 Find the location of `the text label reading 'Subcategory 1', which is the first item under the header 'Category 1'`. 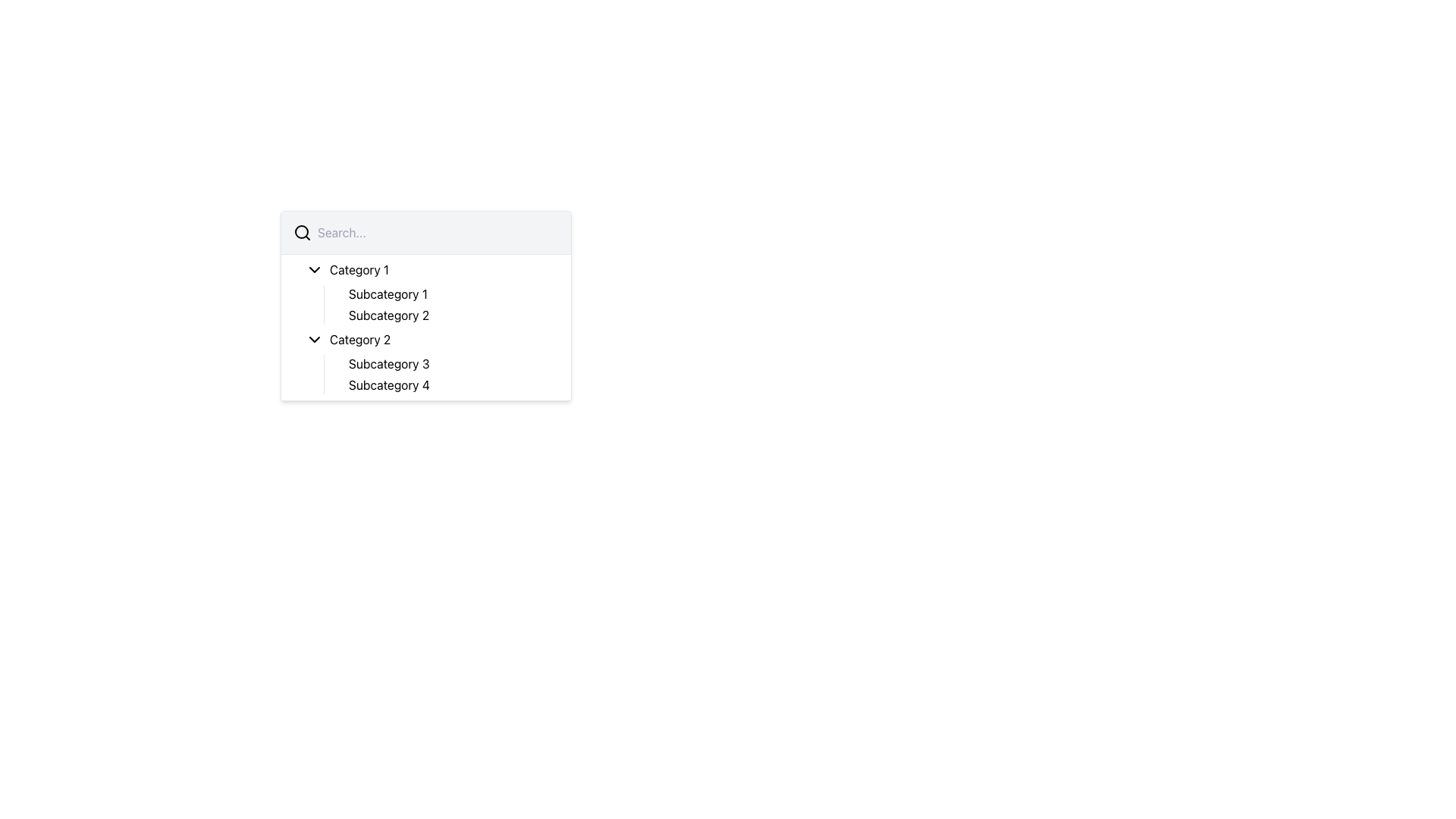

the text label reading 'Subcategory 1', which is the first item under the header 'Category 1' is located at coordinates (388, 294).